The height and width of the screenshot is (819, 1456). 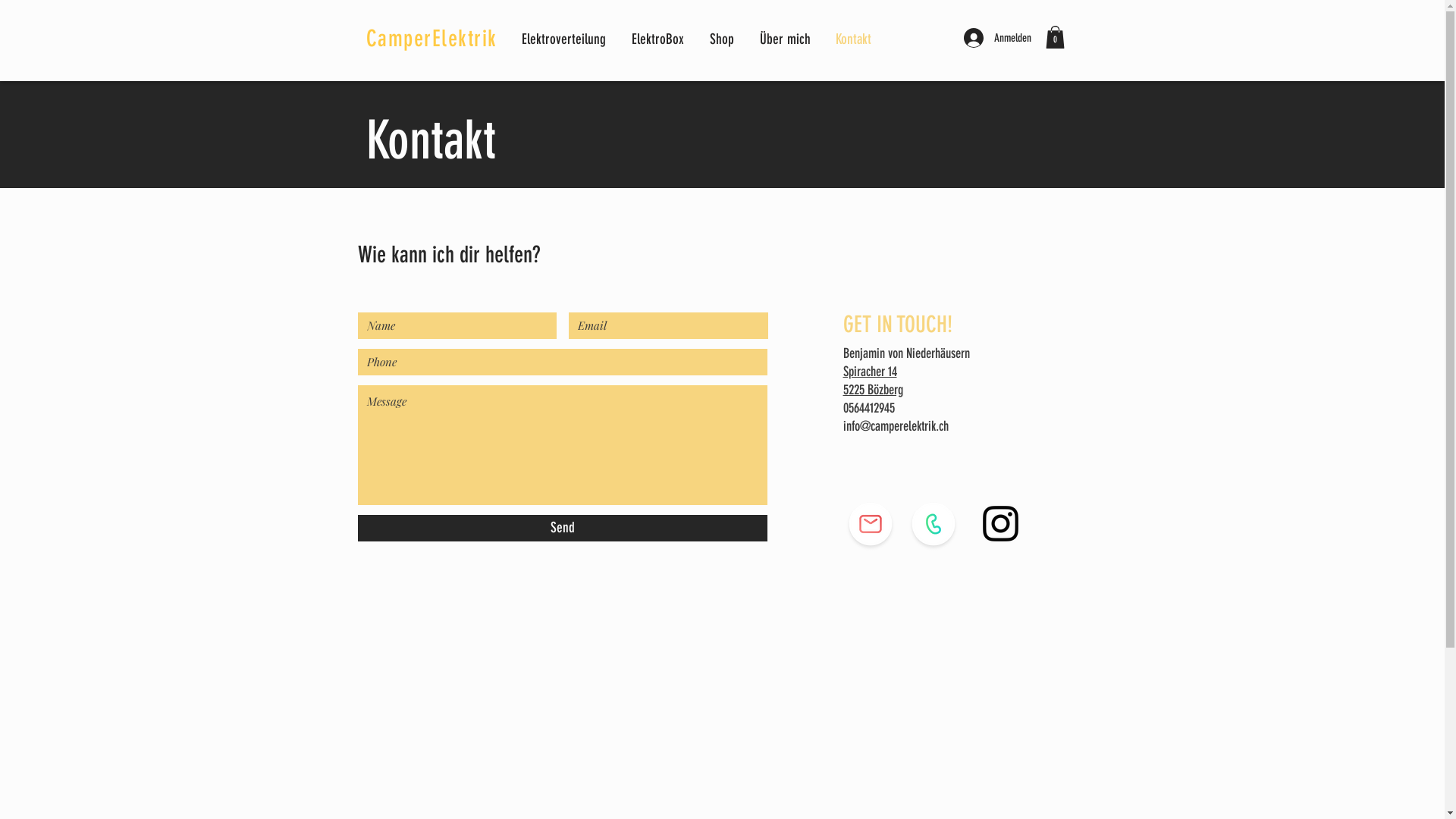 What do you see at coordinates (1053, 36) in the screenshot?
I see `'0'` at bounding box center [1053, 36].